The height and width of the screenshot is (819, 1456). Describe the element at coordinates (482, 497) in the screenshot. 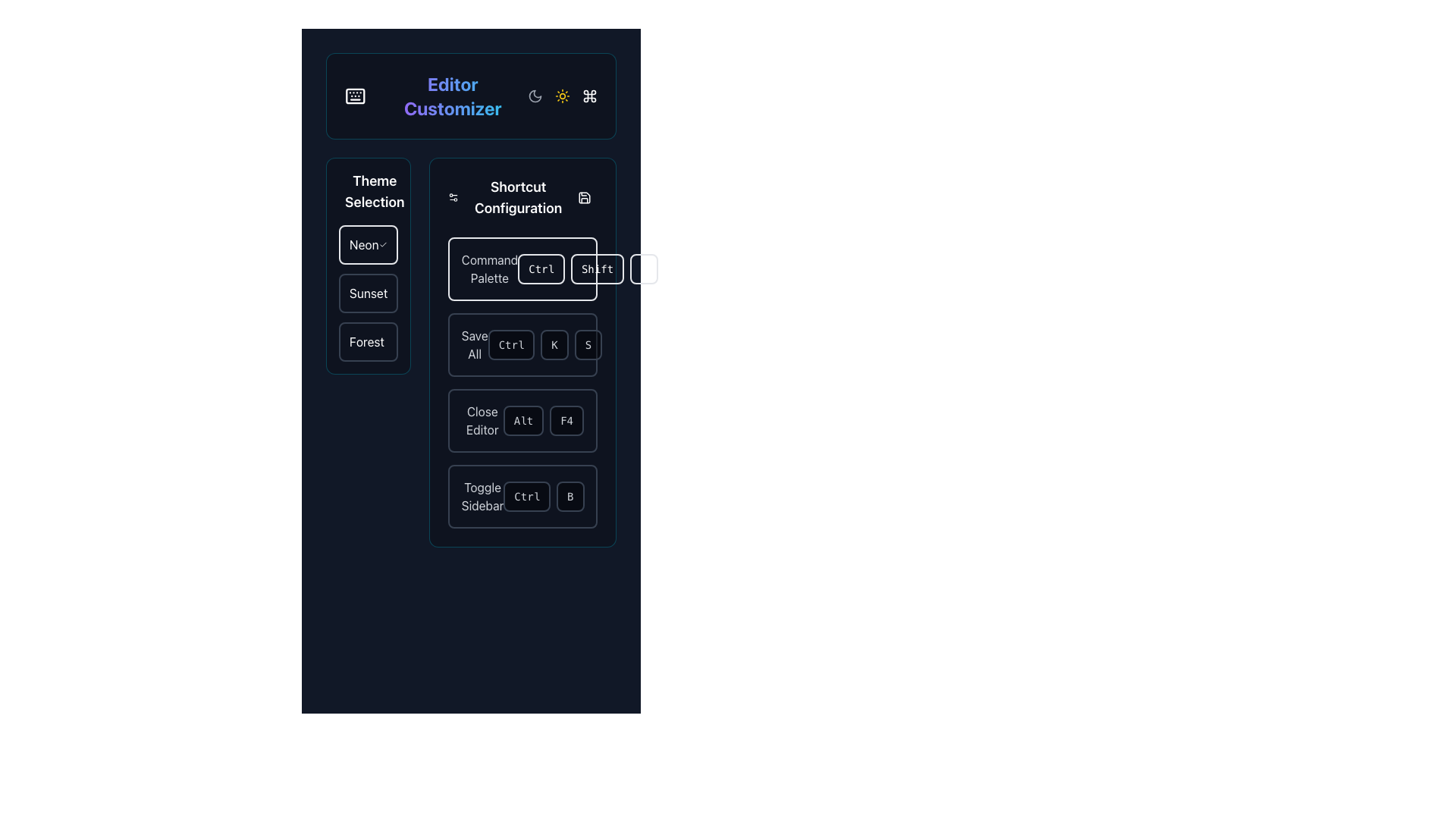

I see `the Text label that describes the shortcut functionality for toggling the sidebar, located at the bottom of the 'Shortcut Configuration' column, adjacent to the 'Ctrl' and 'B' keys` at that location.